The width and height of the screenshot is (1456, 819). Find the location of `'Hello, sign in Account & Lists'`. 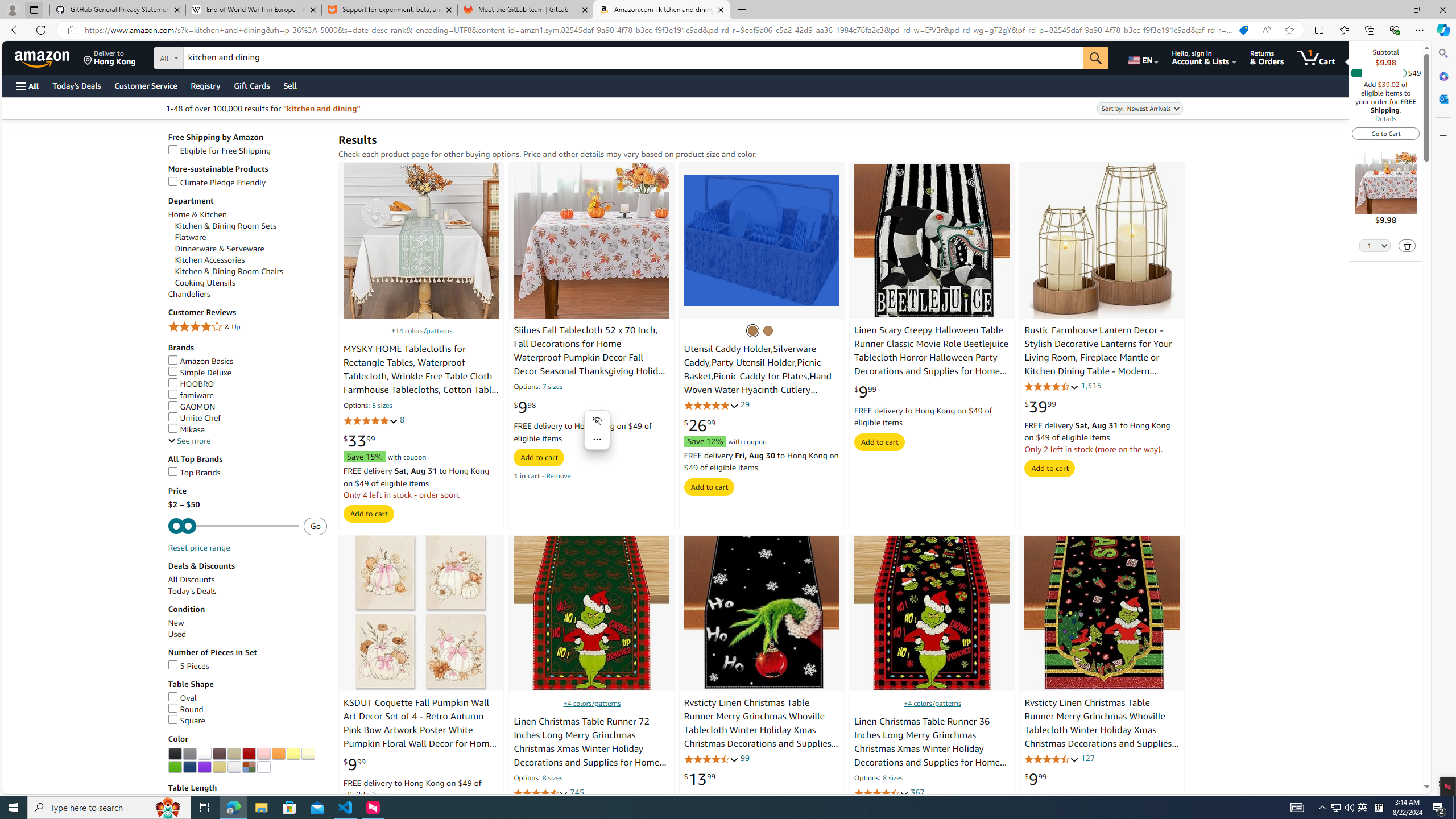

'Hello, sign in Account & Lists' is located at coordinates (1203, 57).